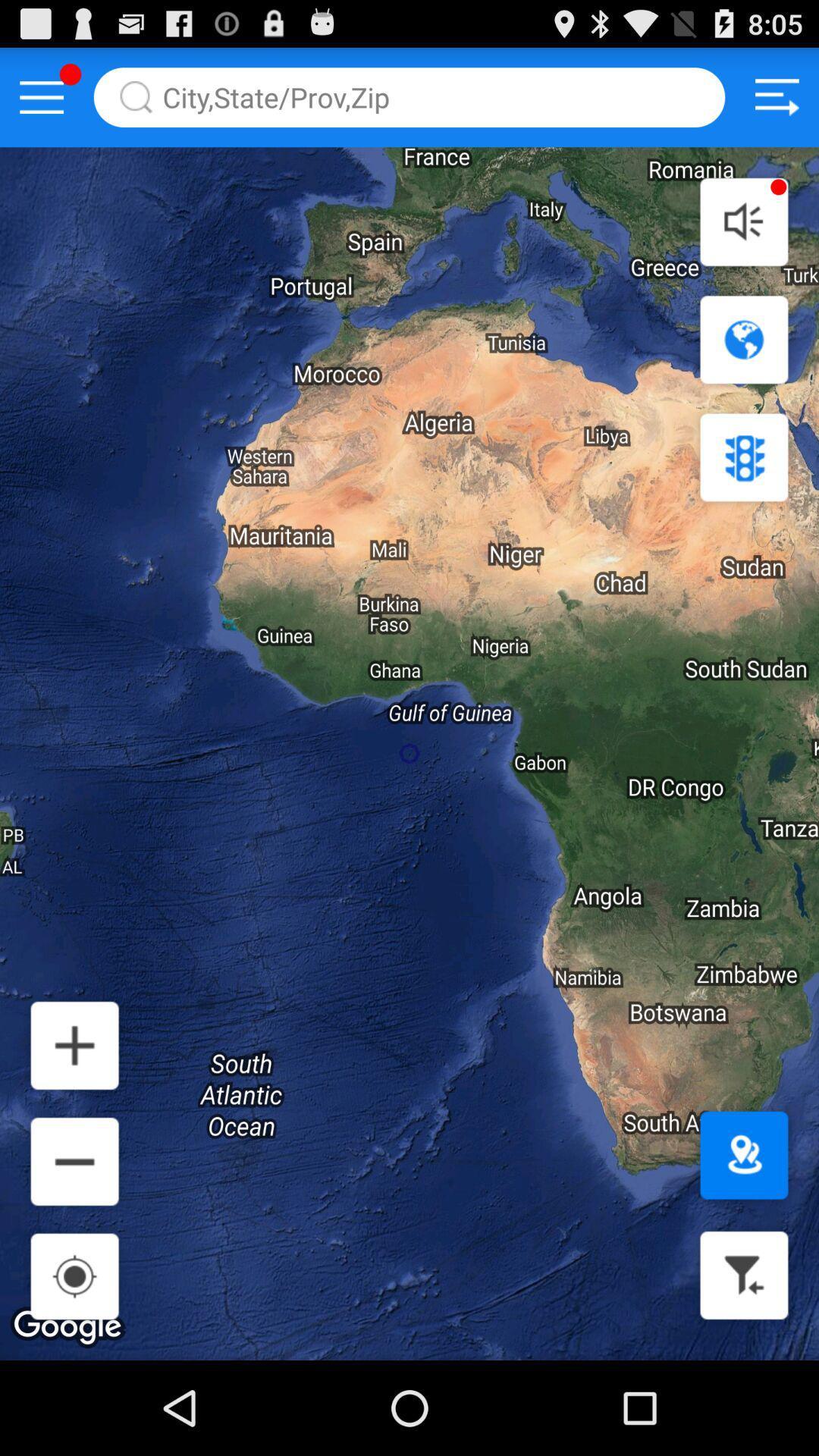 Image resolution: width=819 pixels, height=1456 pixels. What do you see at coordinates (743, 221) in the screenshot?
I see `sound adjust option` at bounding box center [743, 221].